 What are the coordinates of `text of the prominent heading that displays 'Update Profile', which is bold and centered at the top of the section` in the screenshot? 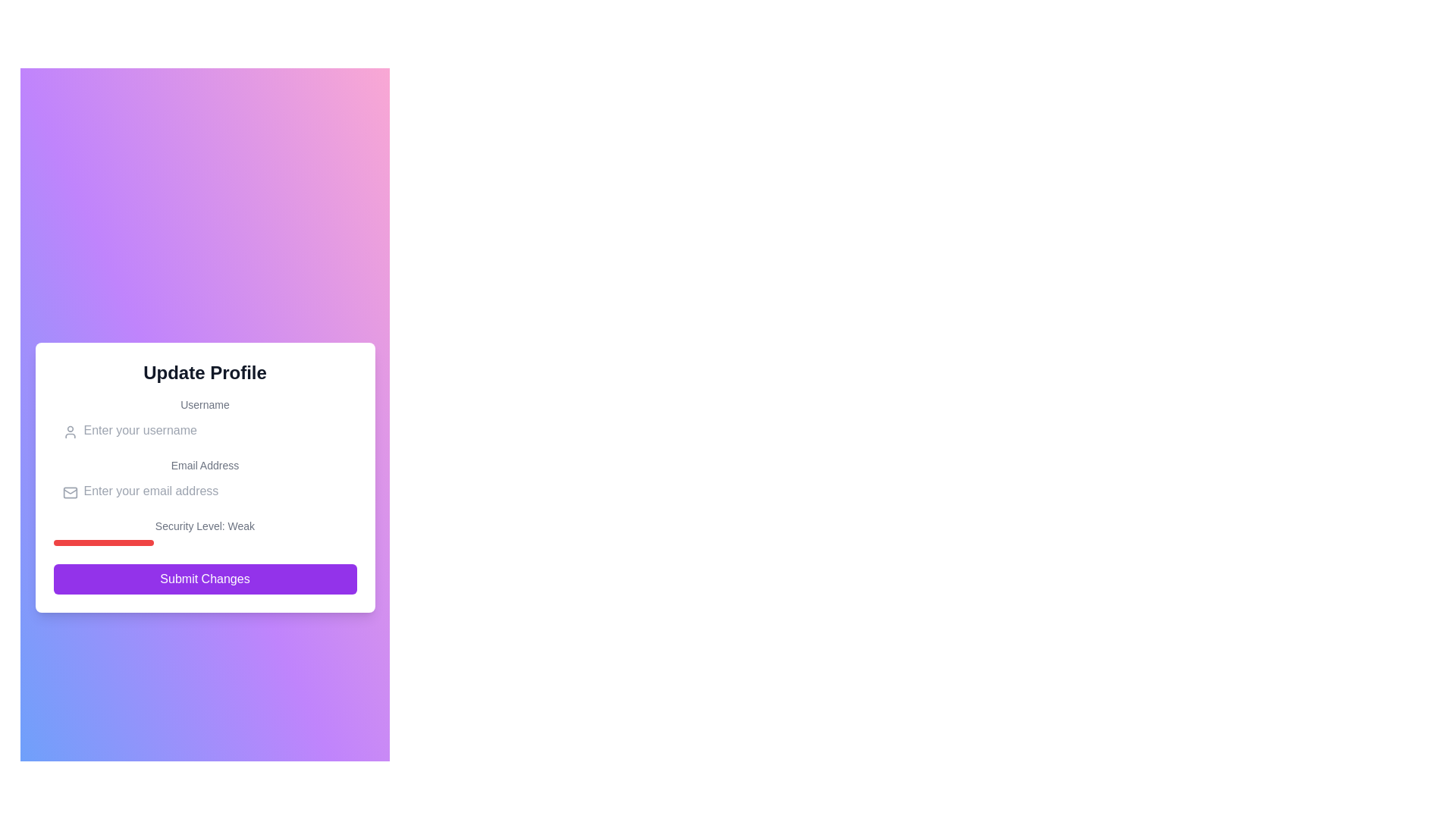 It's located at (204, 373).